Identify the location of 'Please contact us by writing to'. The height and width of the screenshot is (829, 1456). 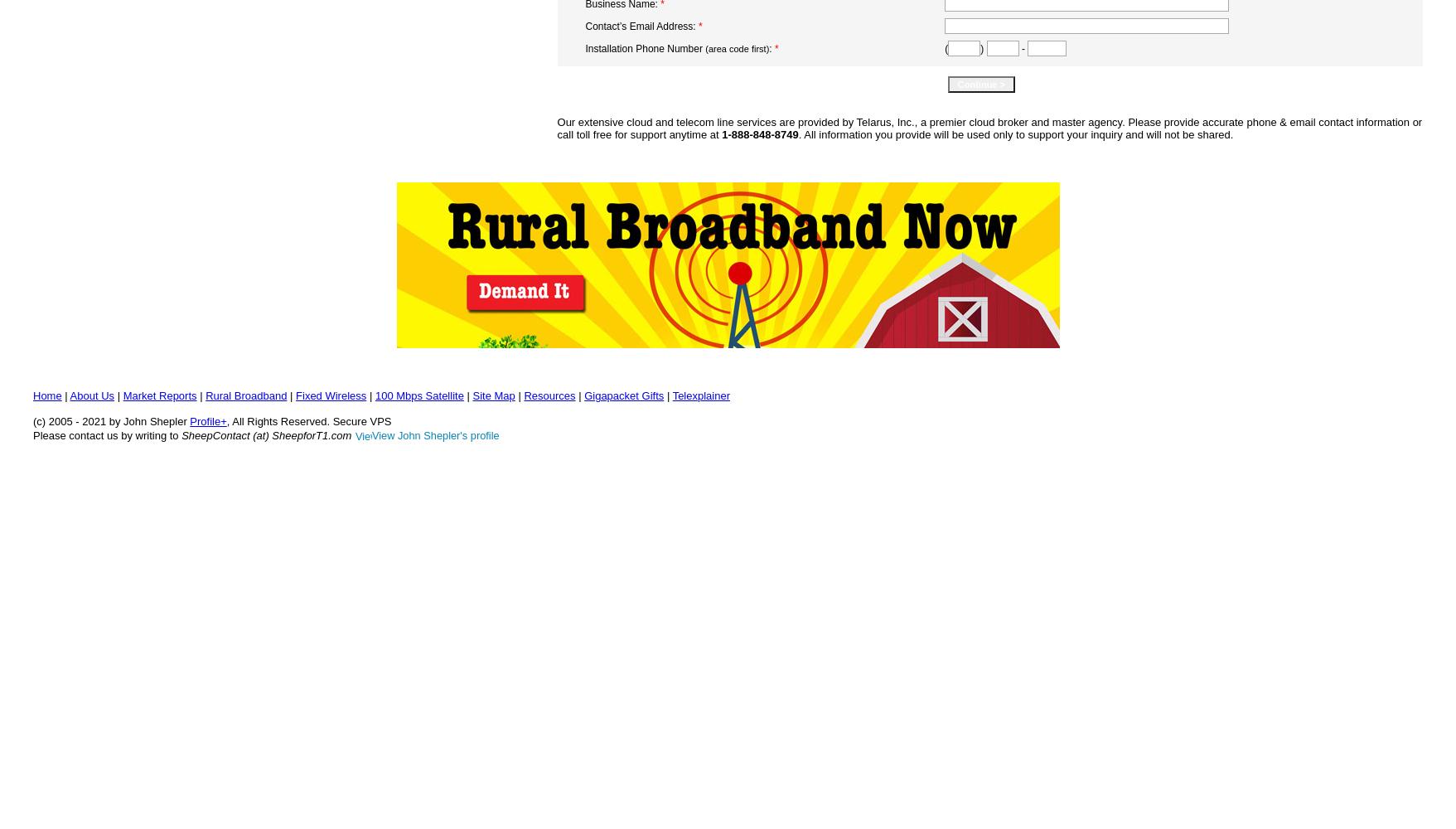
(106, 435).